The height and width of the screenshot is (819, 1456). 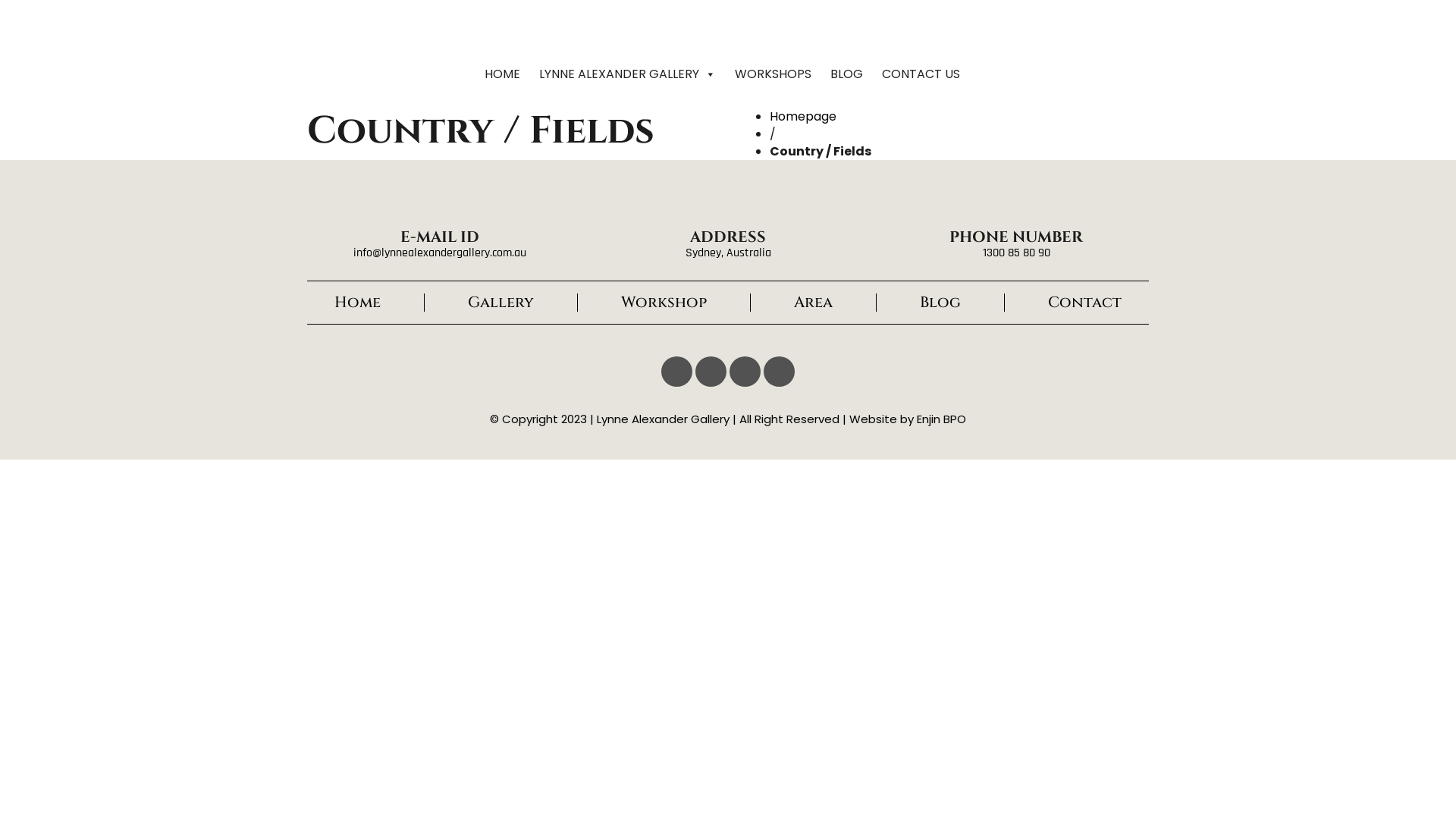 I want to click on '1300 85 80 90', so click(x=1016, y=252).